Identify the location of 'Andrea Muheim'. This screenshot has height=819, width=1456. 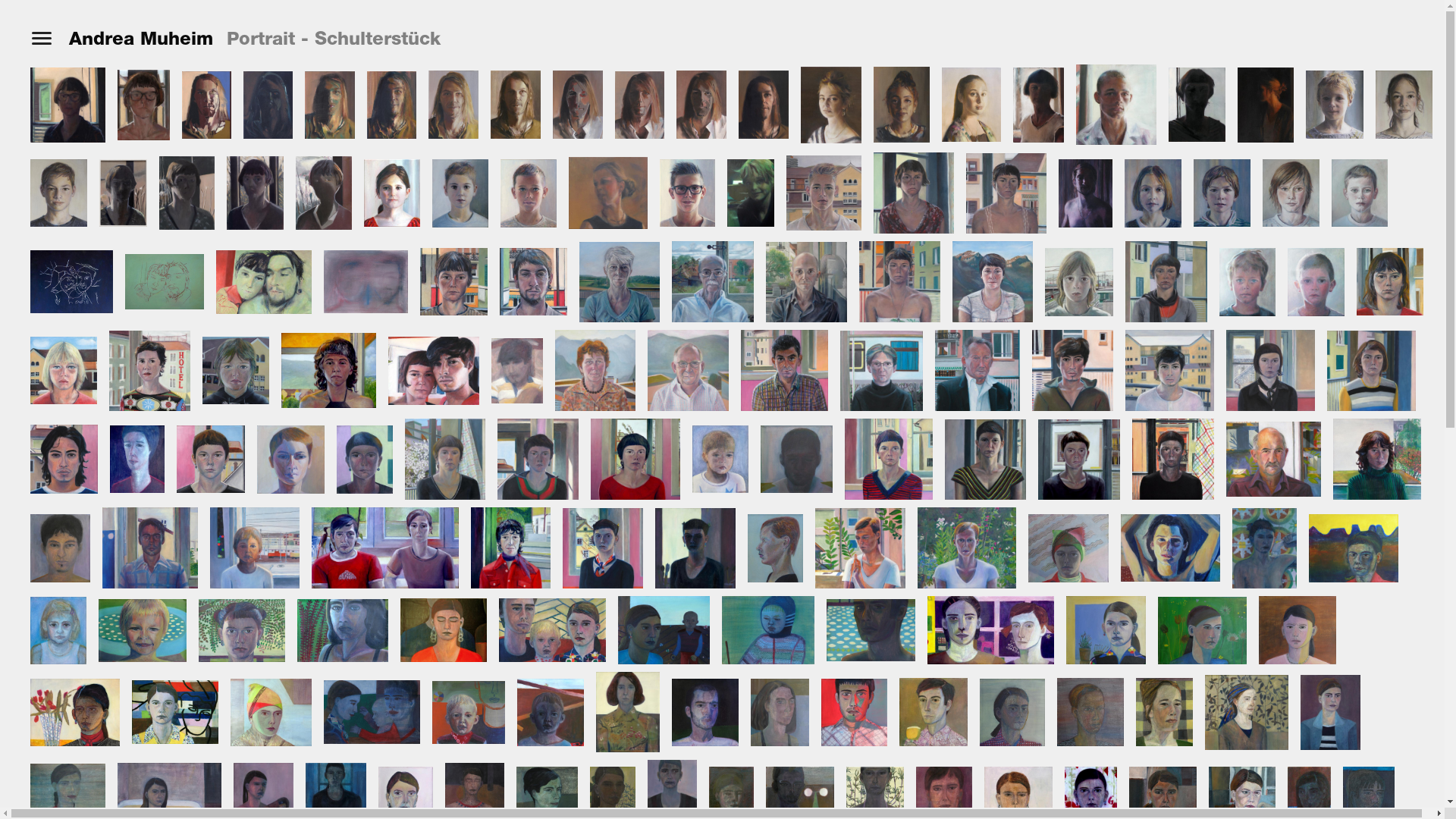
(68, 38).